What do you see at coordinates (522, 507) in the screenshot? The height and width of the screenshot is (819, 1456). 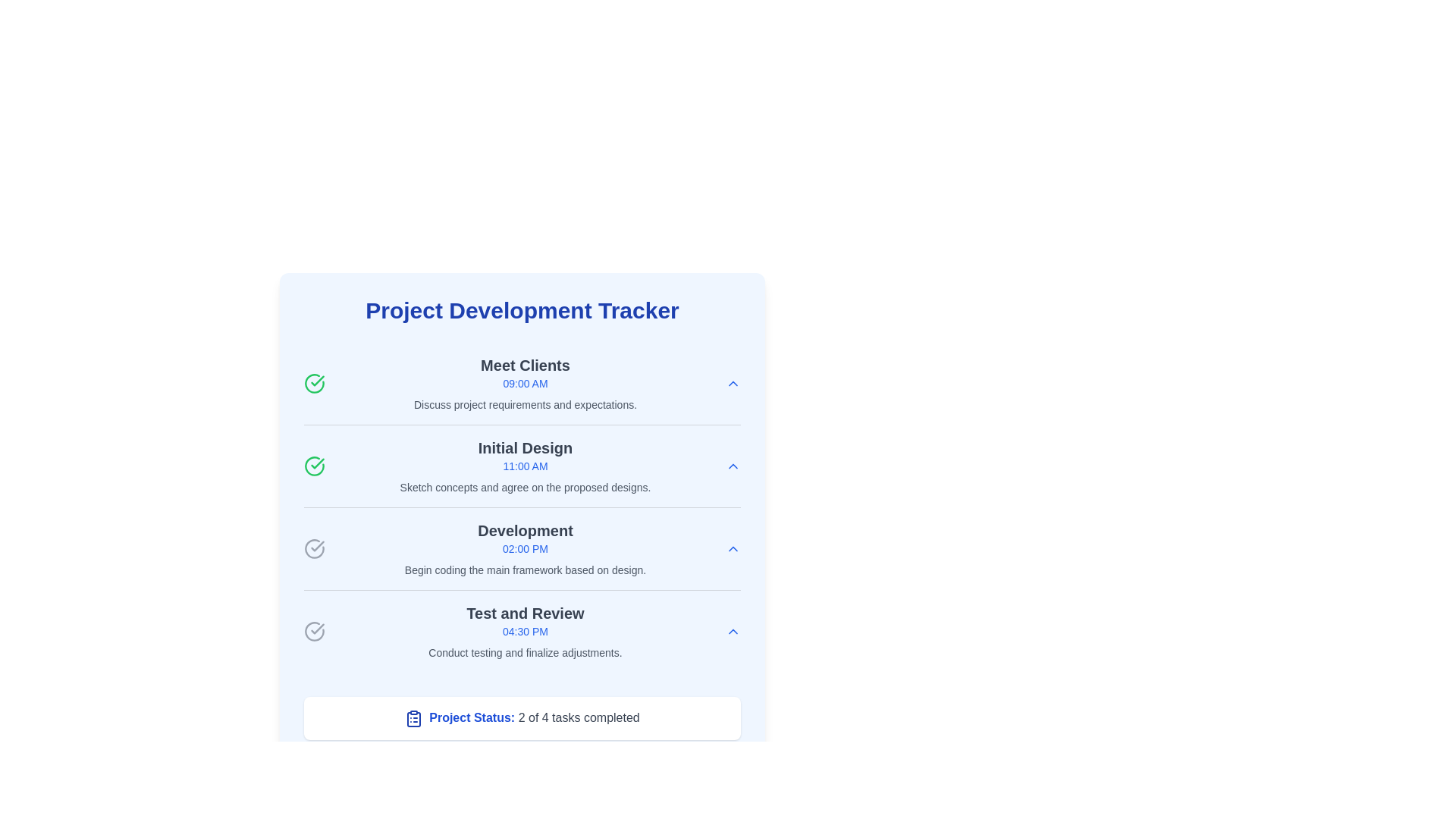 I see `the 'Development' entry in the 'Project Development Tracker' section, which is the third entry in the list of four vertical items` at bounding box center [522, 507].